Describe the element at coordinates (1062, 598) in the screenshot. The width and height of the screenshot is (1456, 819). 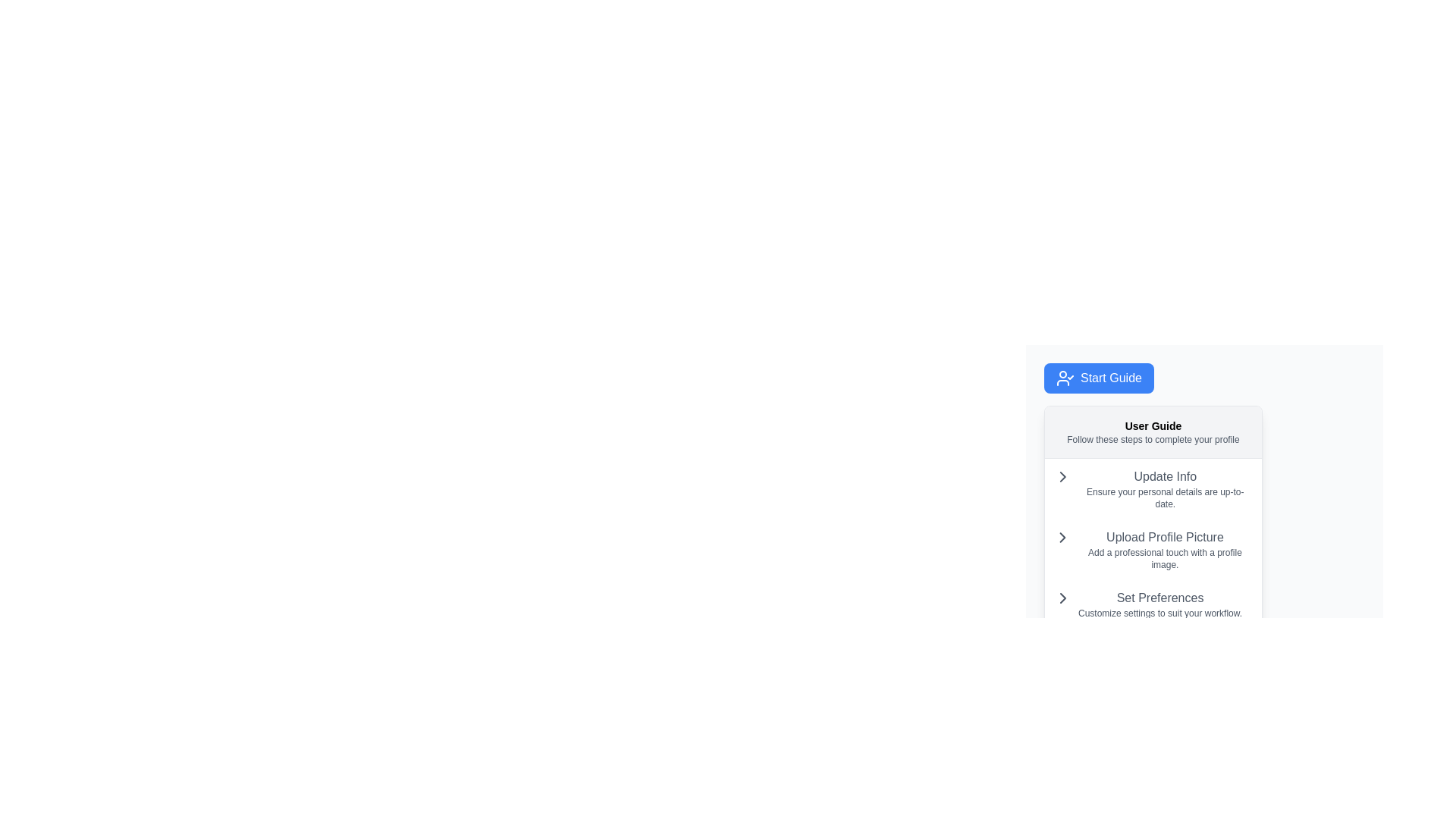
I see `the chevron icon located next to the 'Set Preferences' option to observe any hover effects` at that location.